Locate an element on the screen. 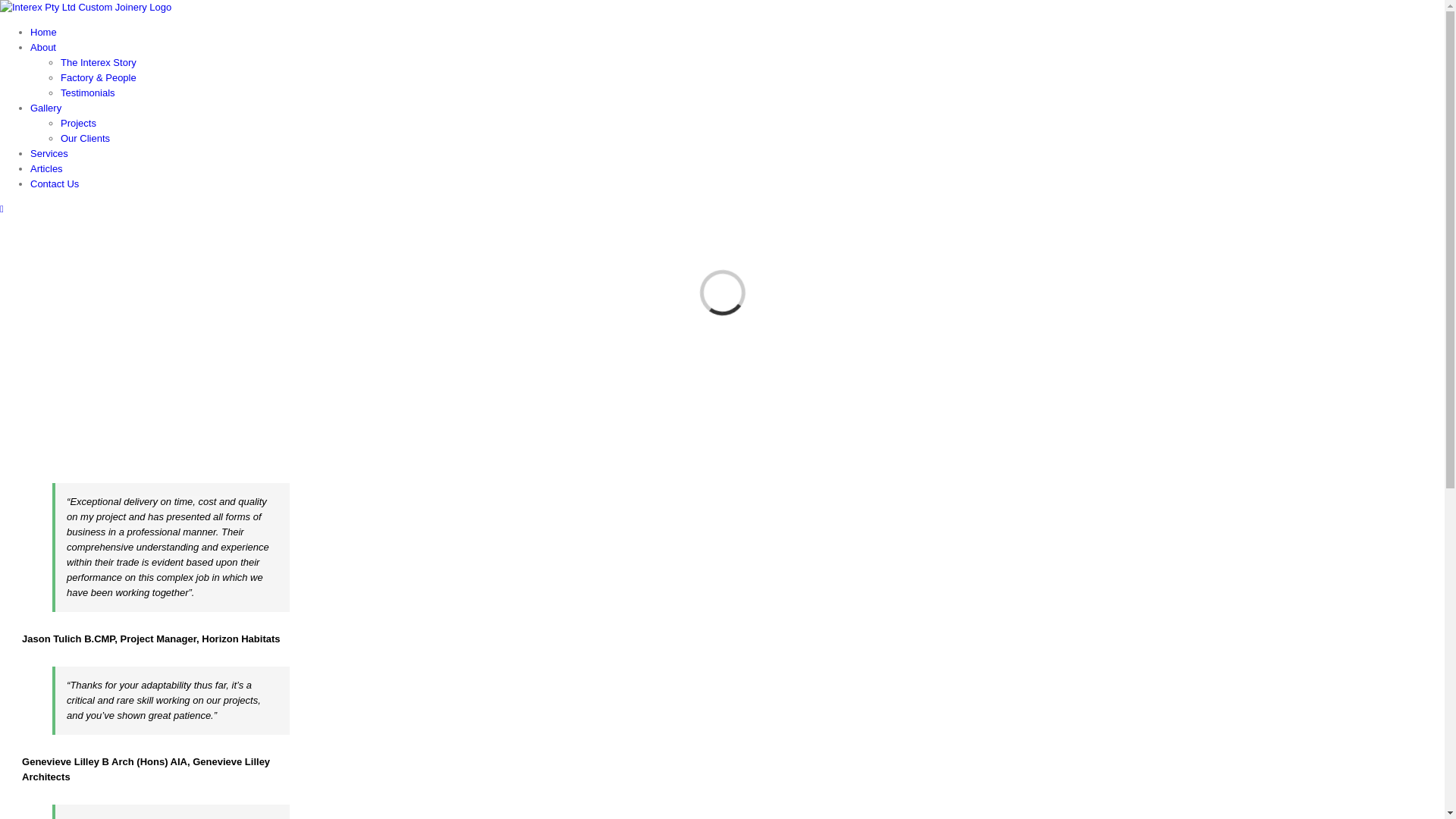 The height and width of the screenshot is (819, 1456). 'Projects' is located at coordinates (77, 122).